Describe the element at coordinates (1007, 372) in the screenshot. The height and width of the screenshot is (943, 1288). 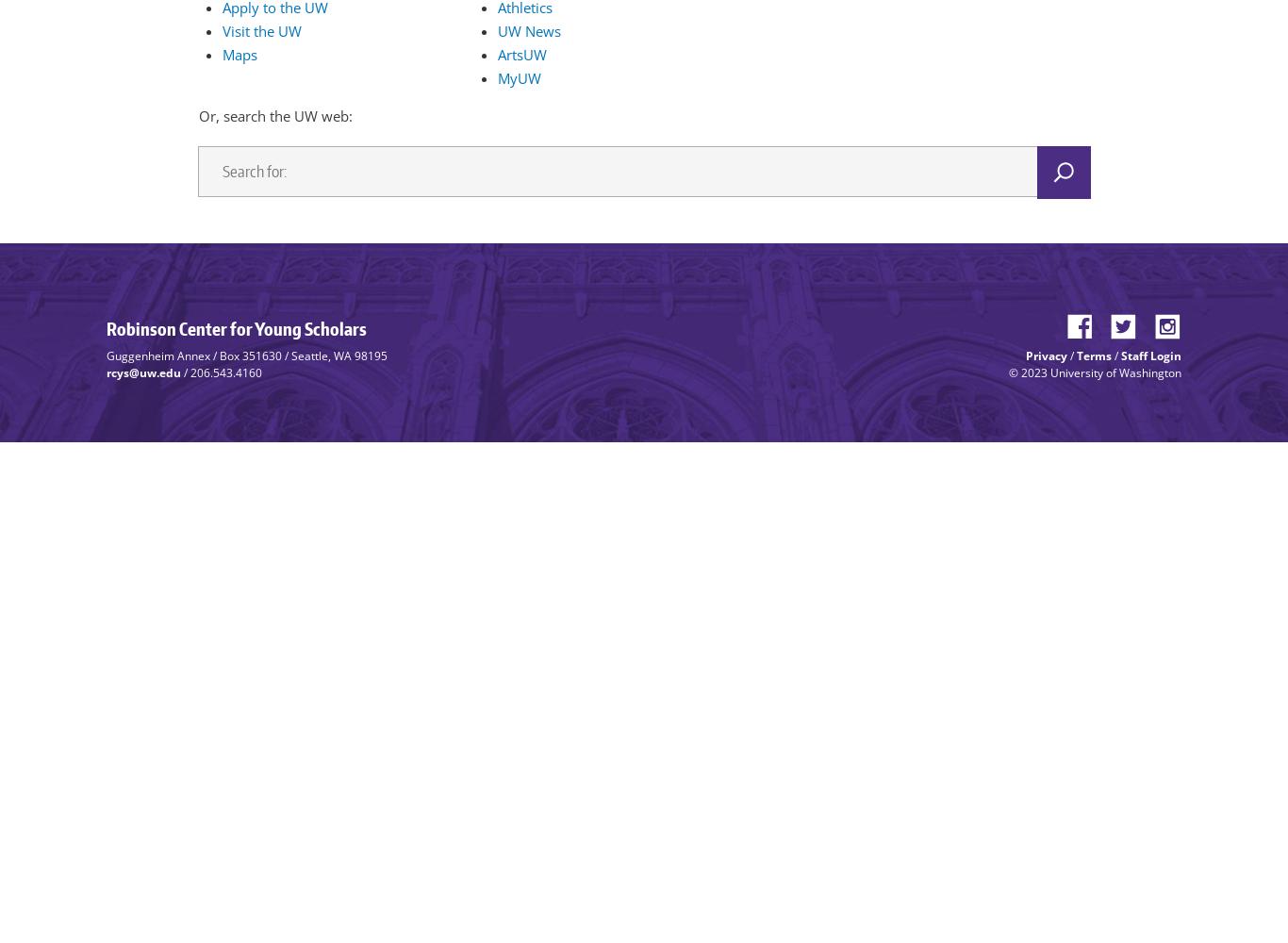
I see `'© 2023 University of Washington'` at that location.